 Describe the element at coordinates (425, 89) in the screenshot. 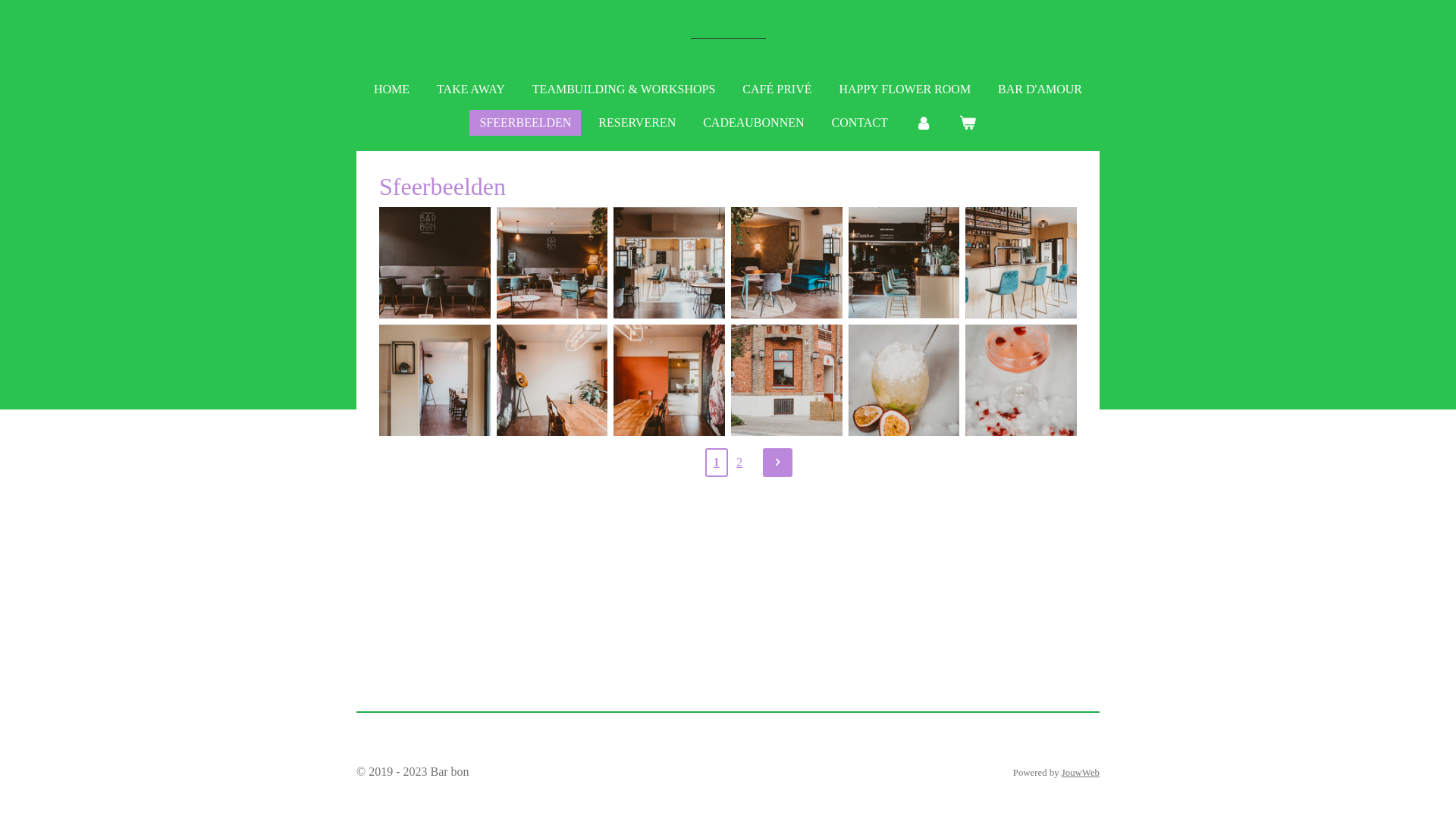

I see `'TAKE AWAY'` at that location.